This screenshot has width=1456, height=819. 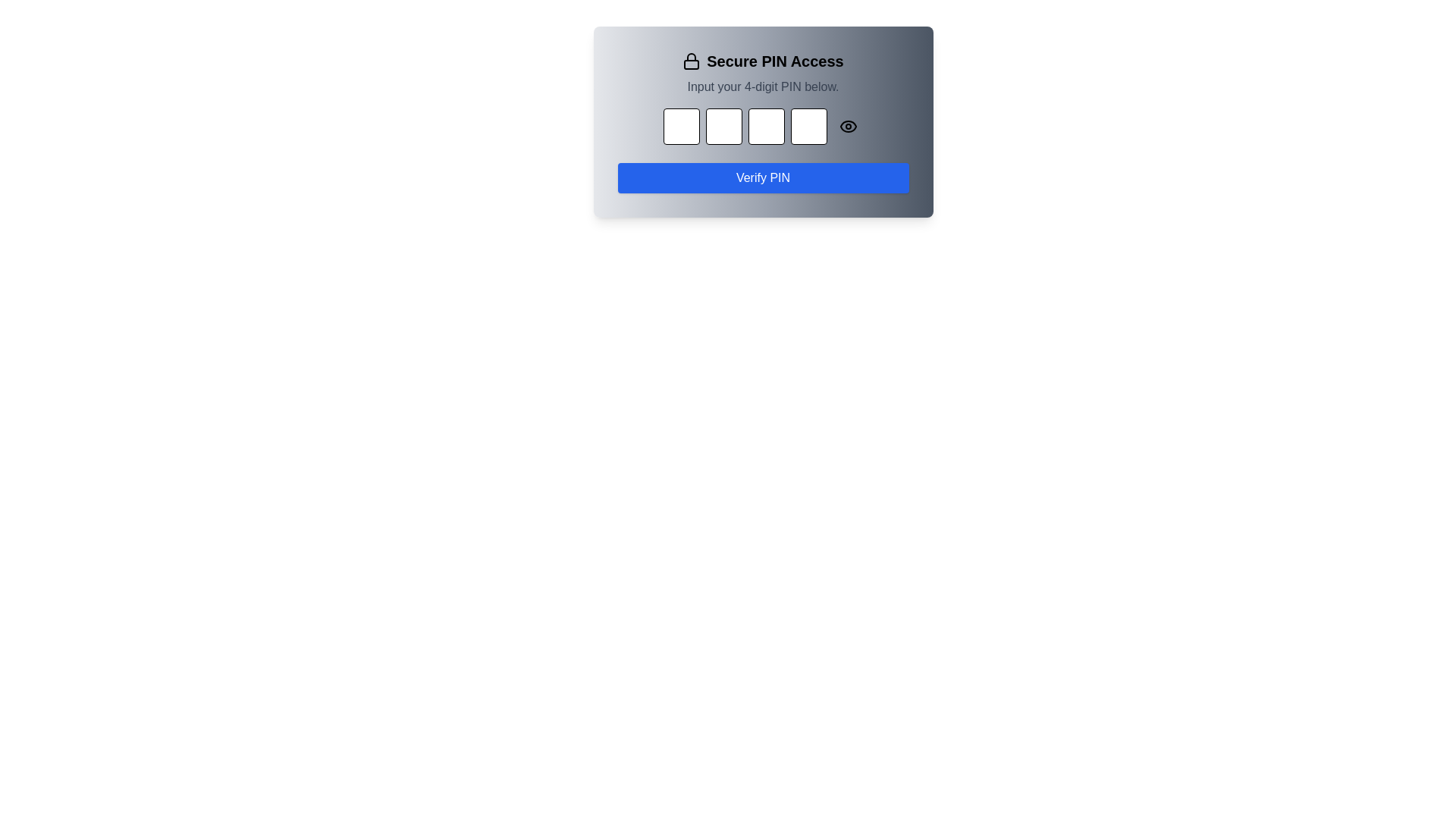 What do you see at coordinates (763, 177) in the screenshot?
I see `the 'Verify PIN' button with a blue background and white text, which is located at the bottom of the PIN input card` at bounding box center [763, 177].